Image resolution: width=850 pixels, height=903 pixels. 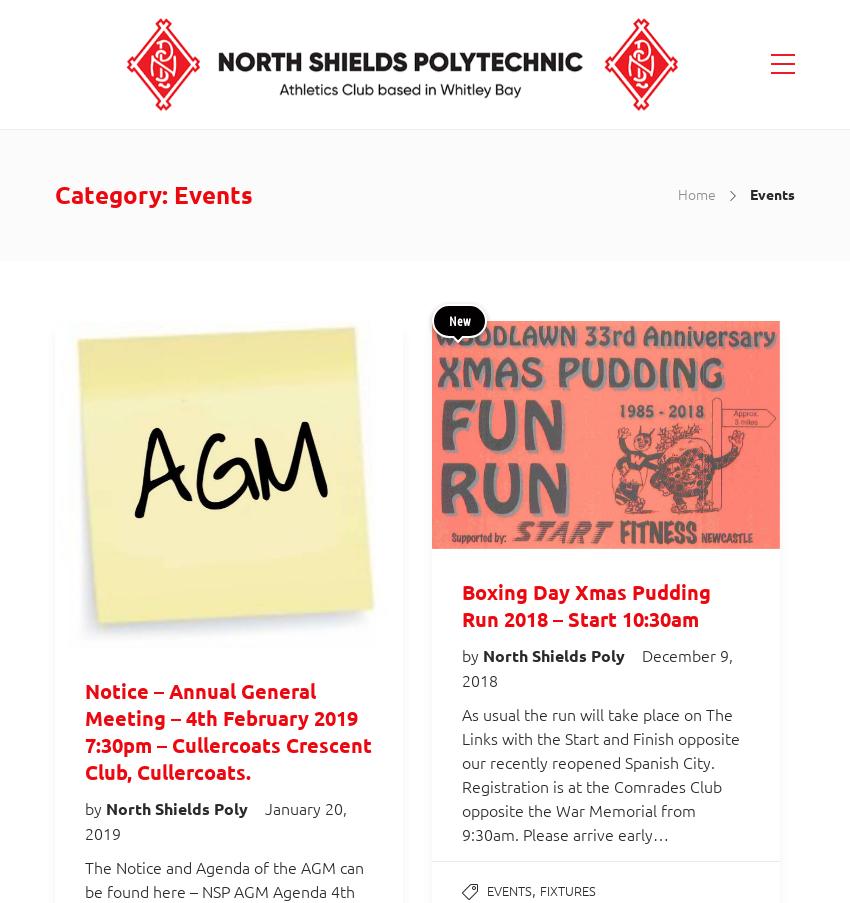 I want to click on 'Home', so click(x=696, y=192).